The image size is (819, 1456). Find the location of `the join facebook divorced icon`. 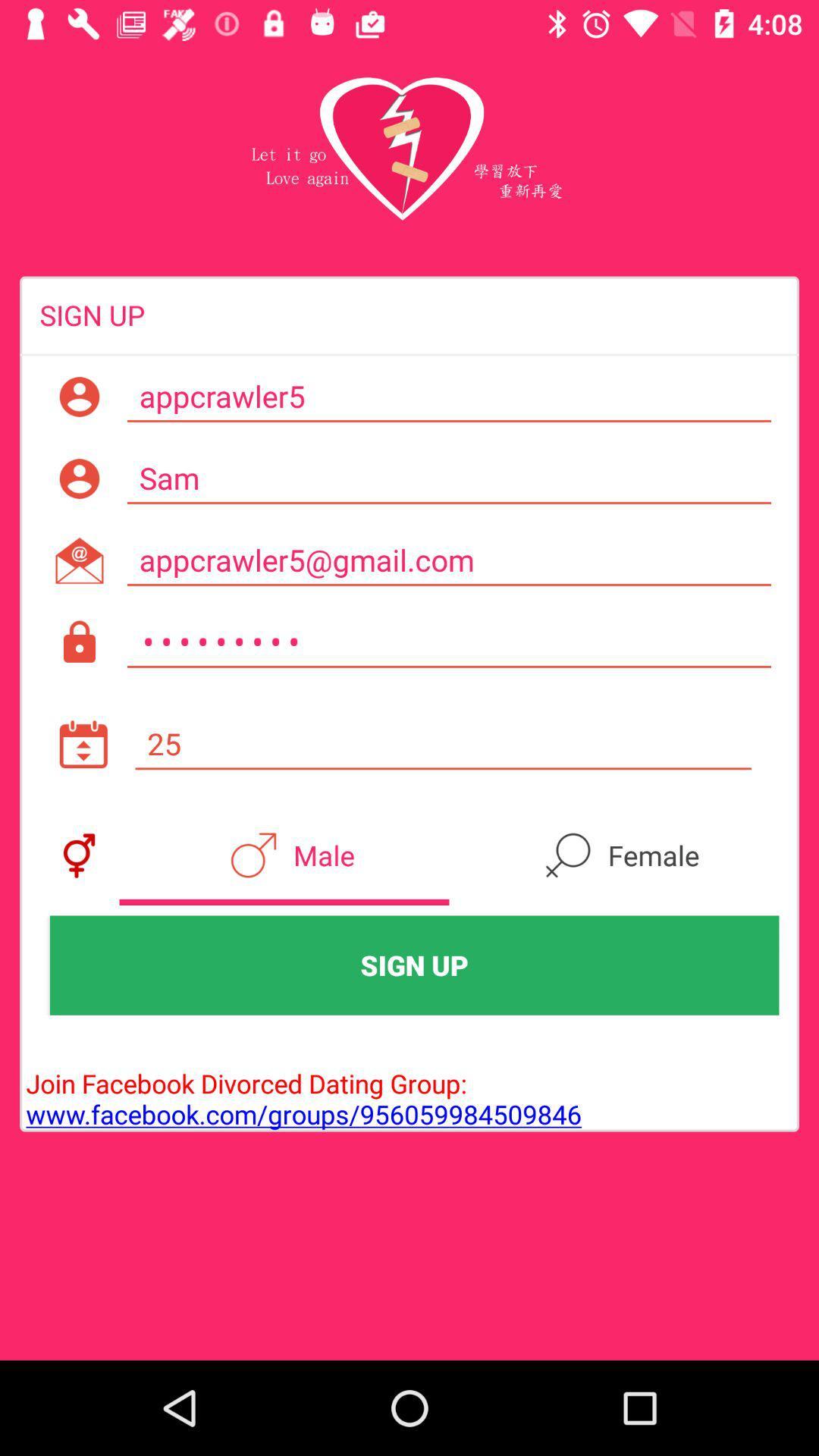

the join facebook divorced icon is located at coordinates (300, 1082).